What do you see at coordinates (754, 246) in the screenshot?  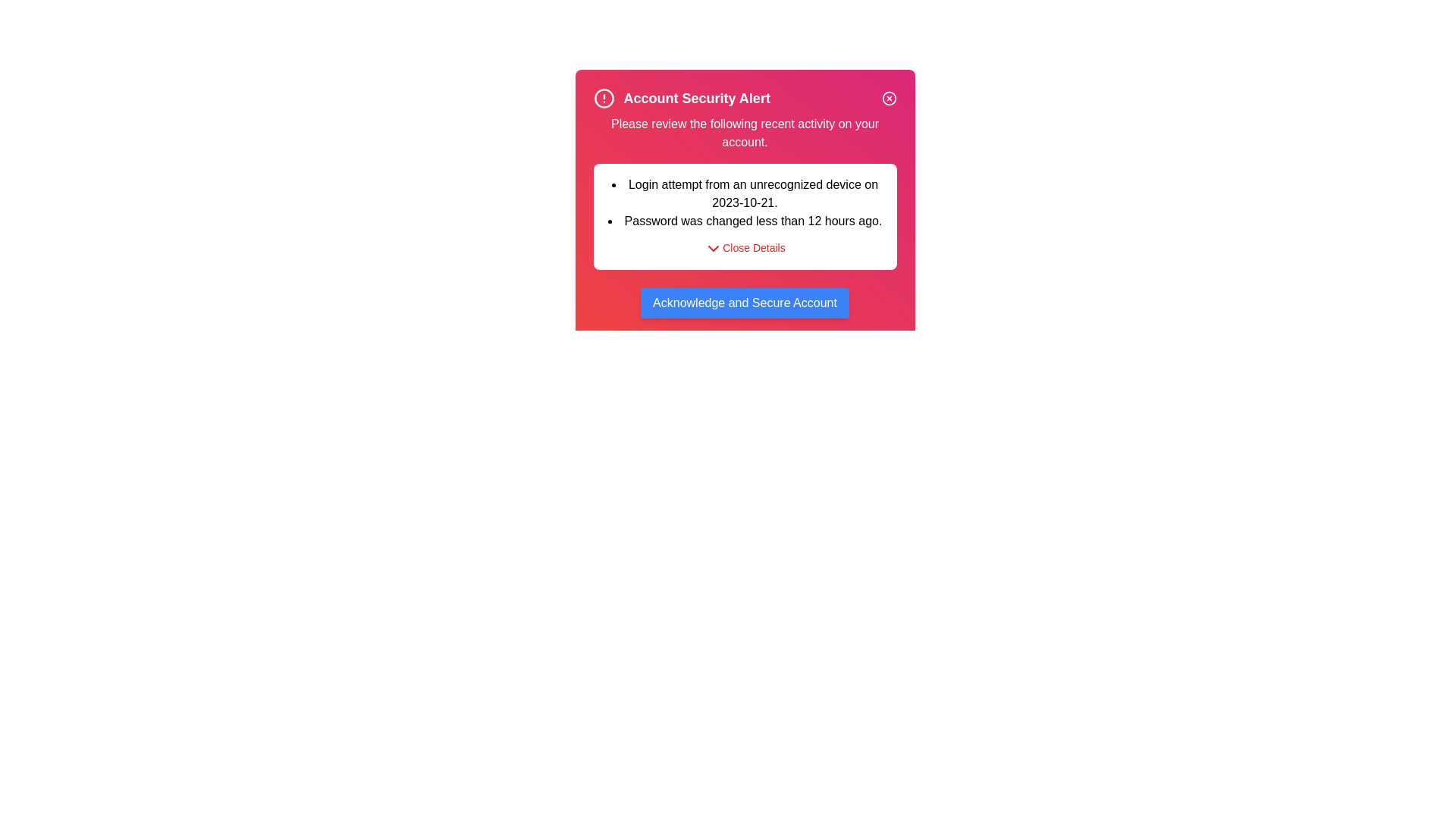 I see `the 'Close Details' text in the alert popup` at bounding box center [754, 246].